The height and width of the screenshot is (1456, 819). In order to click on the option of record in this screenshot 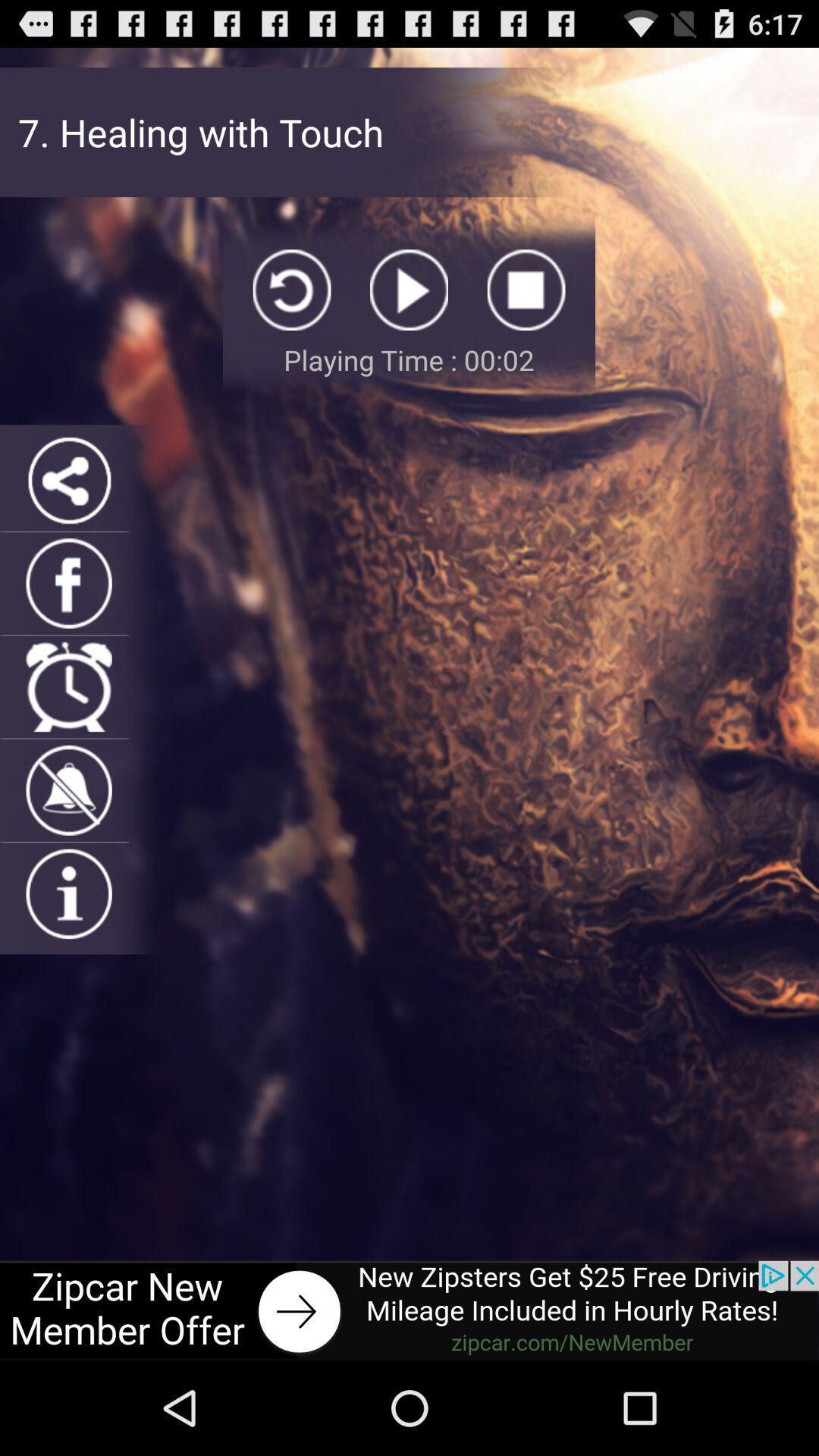, I will do `click(526, 290)`.